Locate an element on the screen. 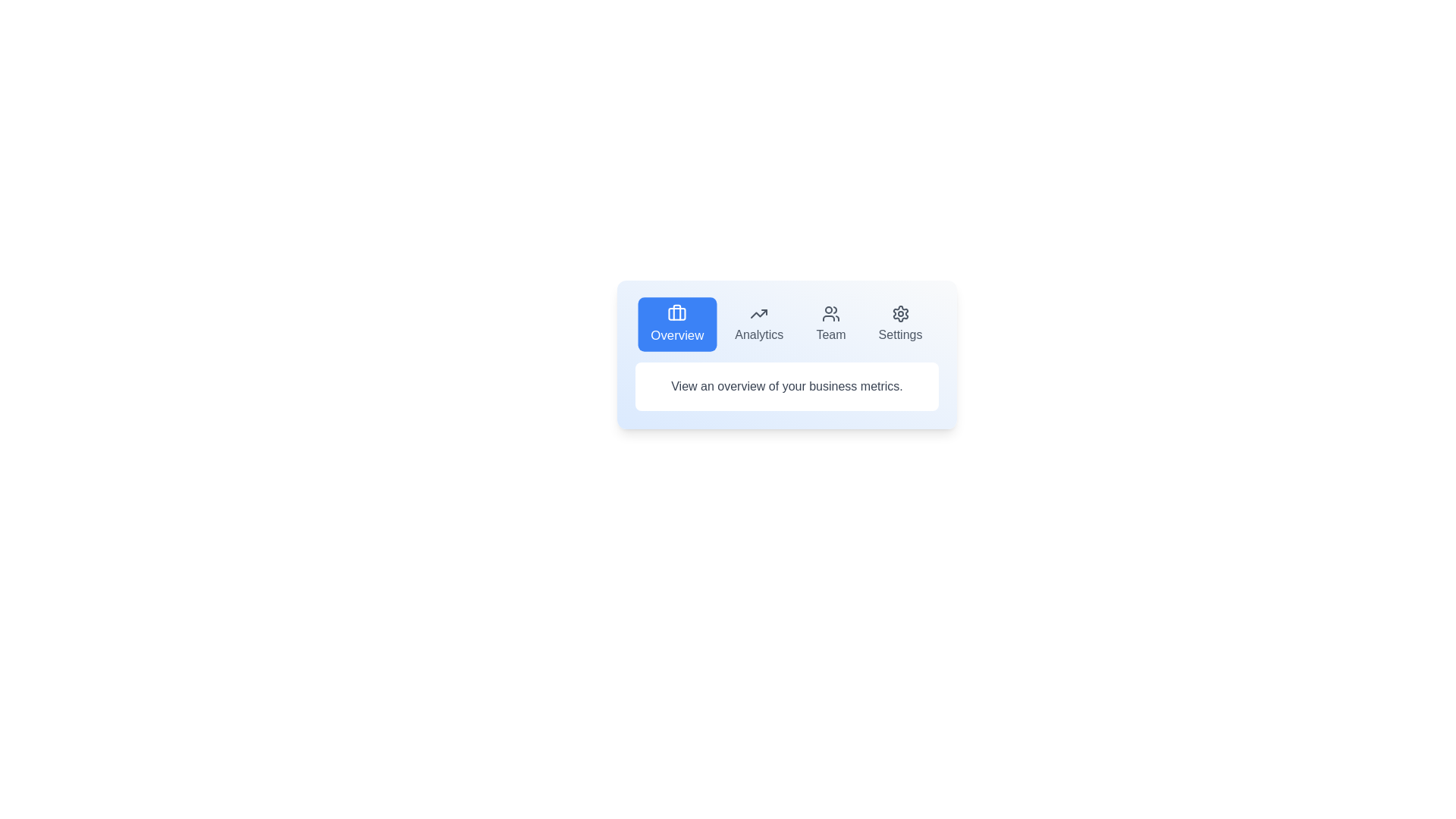 This screenshot has width=1456, height=819. the tab button labeled Analytics is located at coordinates (759, 324).